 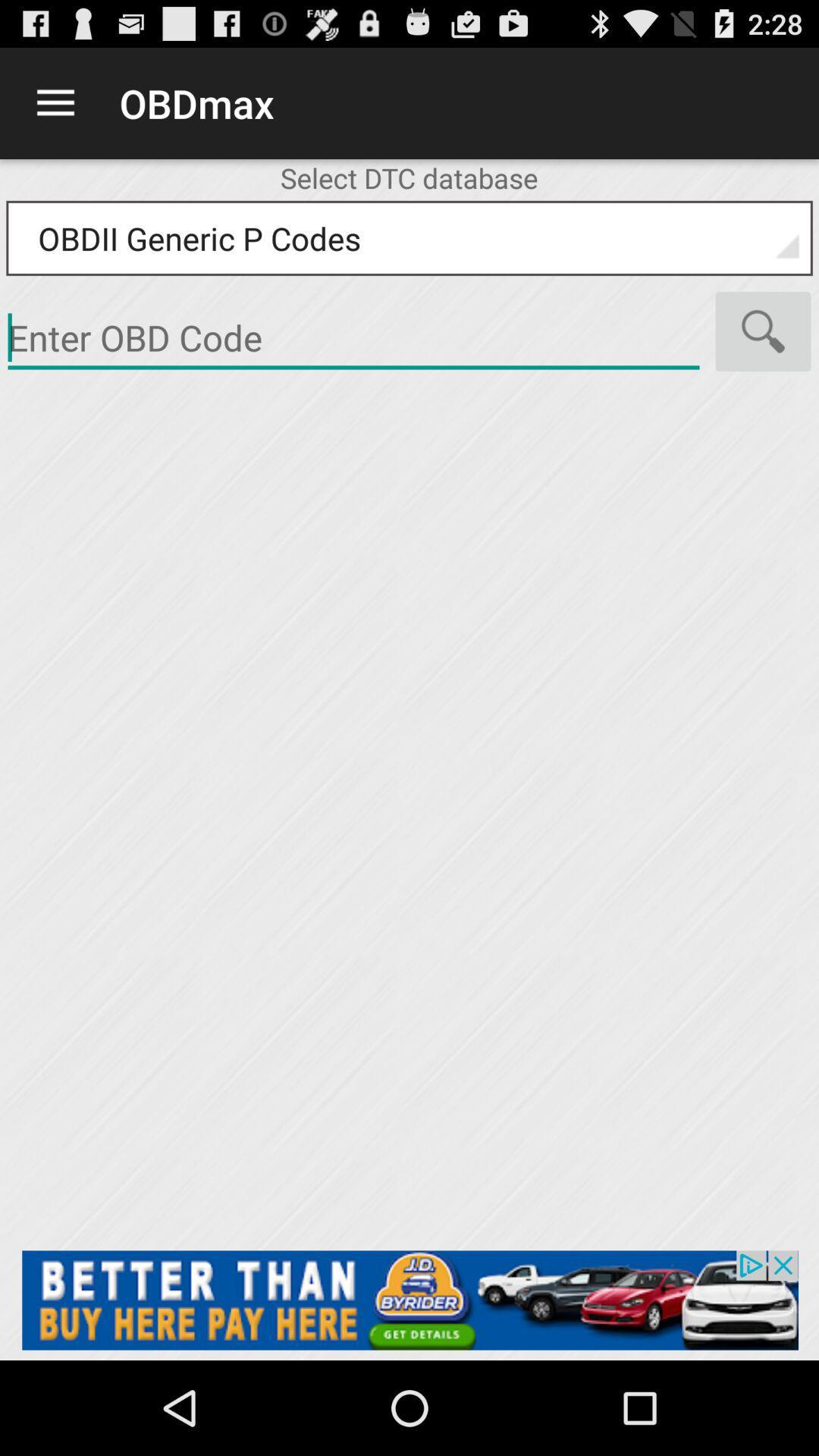 I want to click on advertisement, so click(x=353, y=337).